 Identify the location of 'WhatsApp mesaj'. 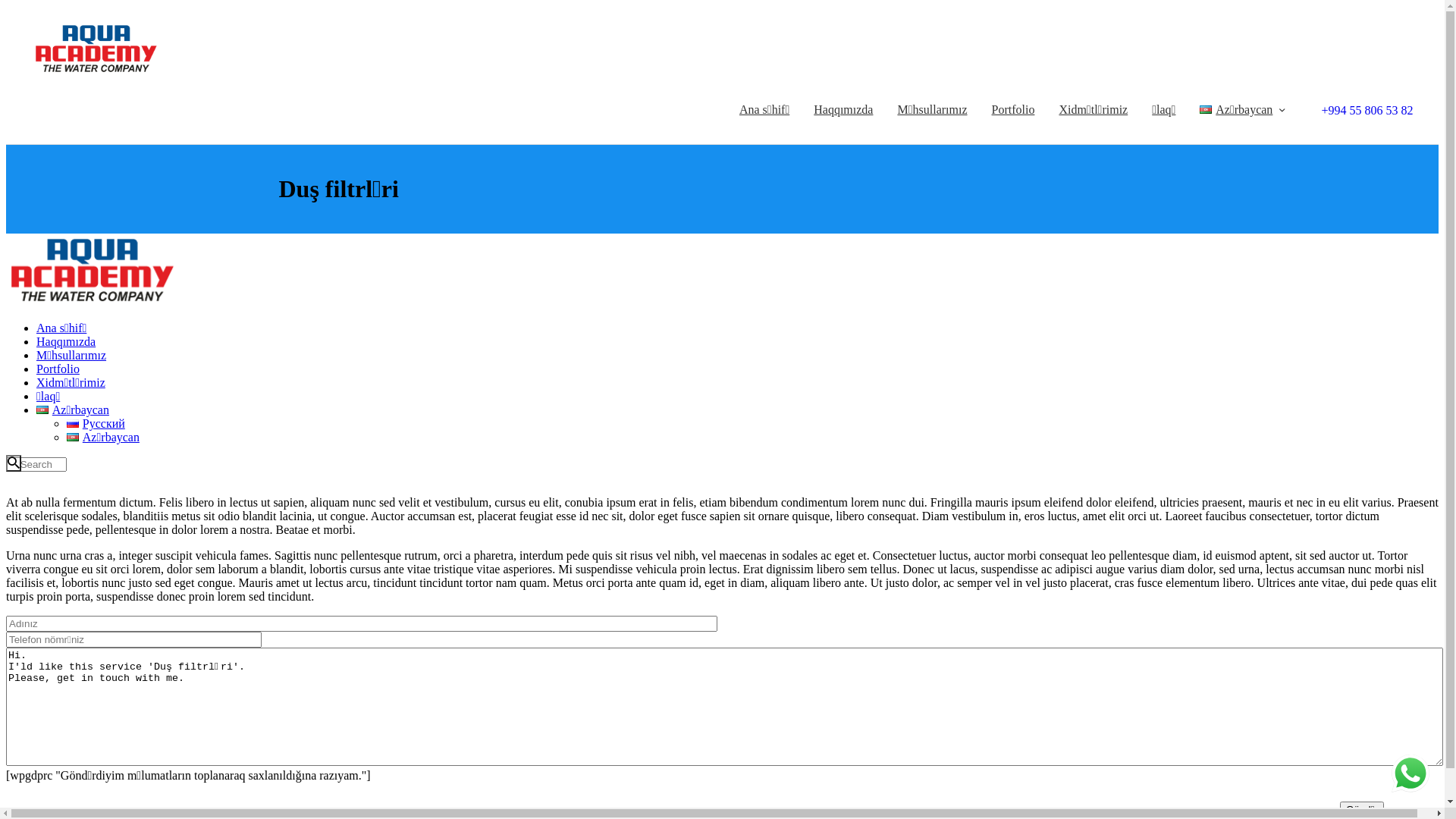
(1410, 773).